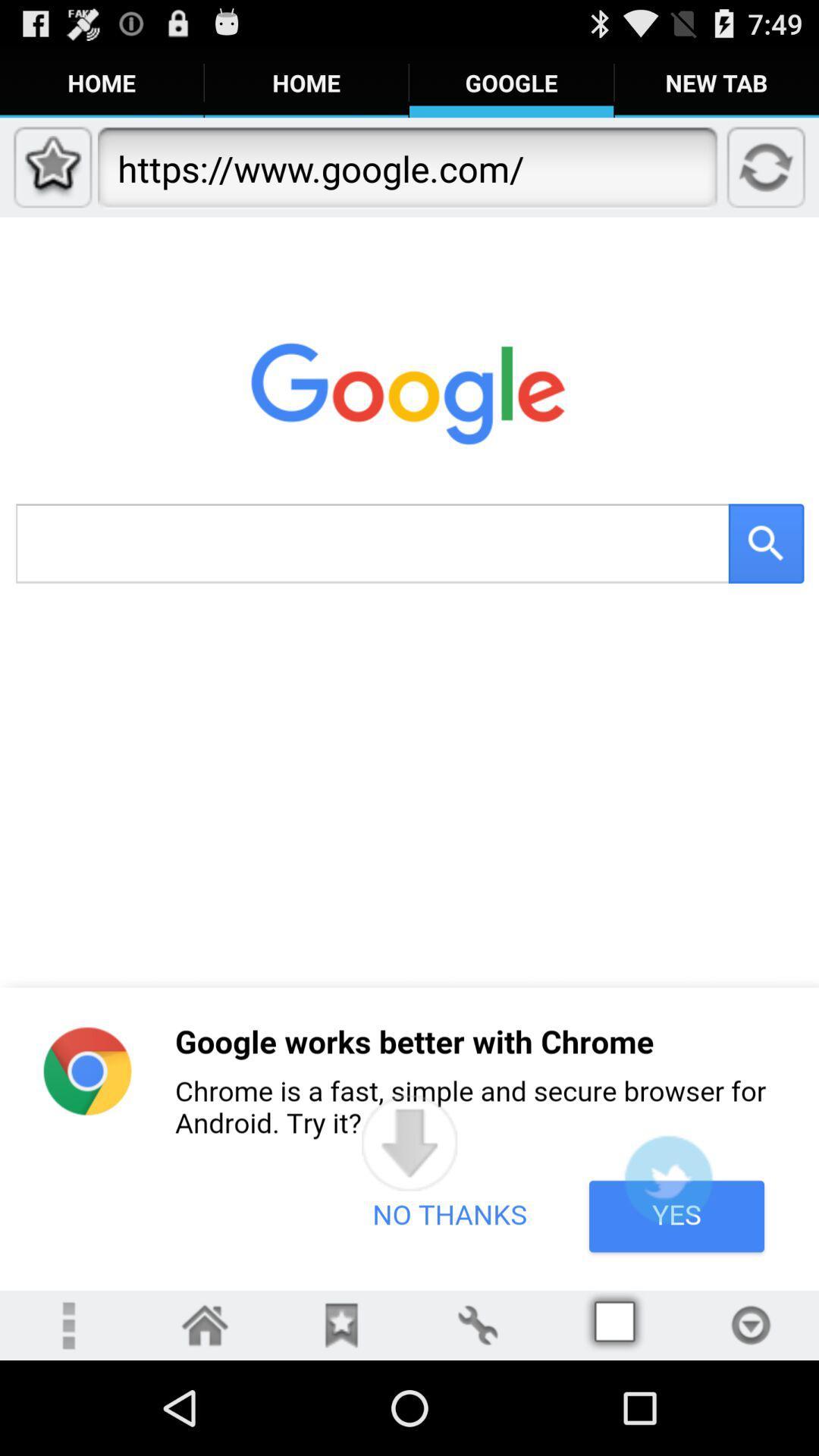  Describe the element at coordinates (667, 1178) in the screenshot. I see `install plugin` at that location.